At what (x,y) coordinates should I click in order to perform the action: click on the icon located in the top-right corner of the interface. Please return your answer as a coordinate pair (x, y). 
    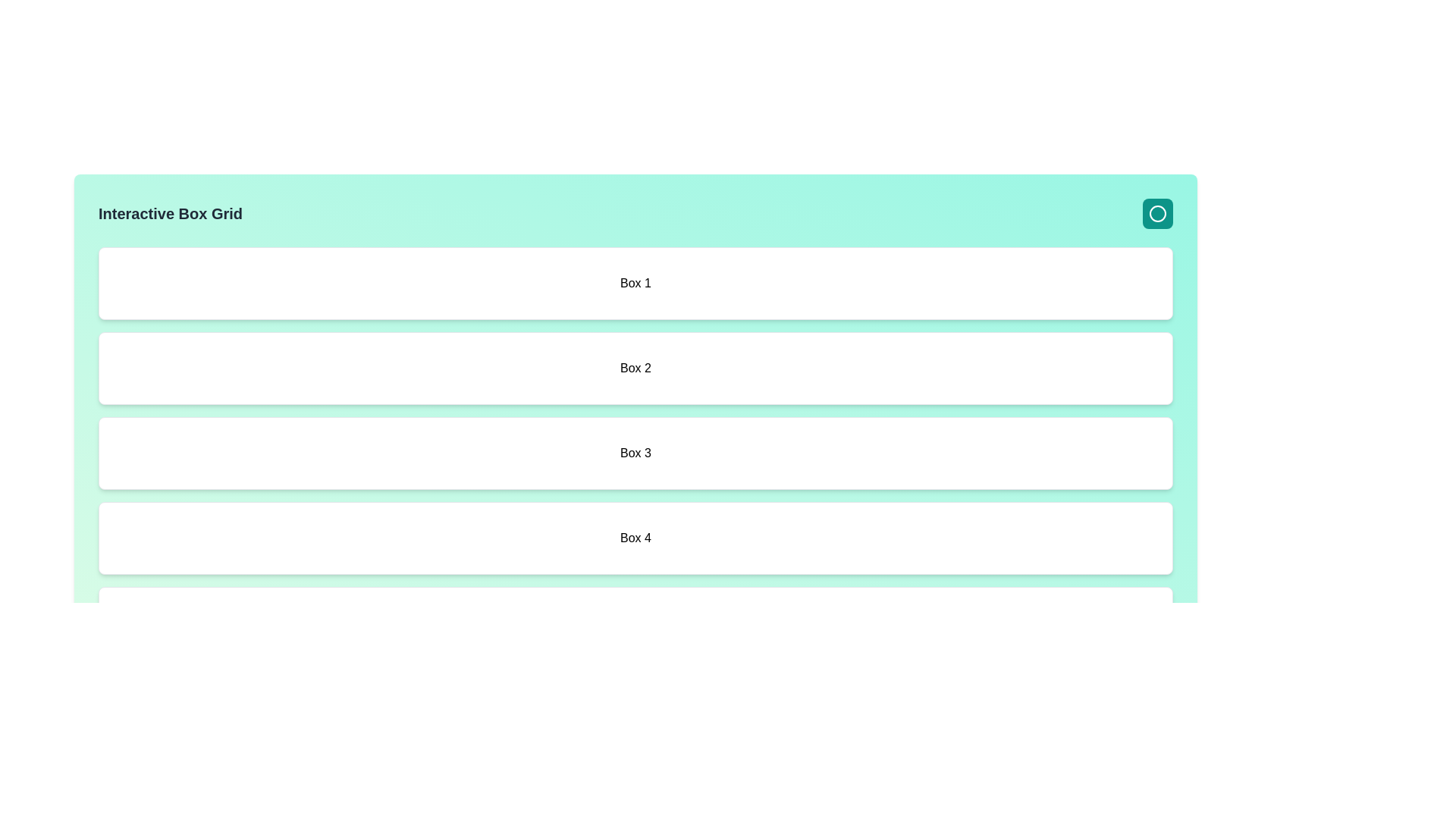
    Looking at the image, I should click on (1156, 213).